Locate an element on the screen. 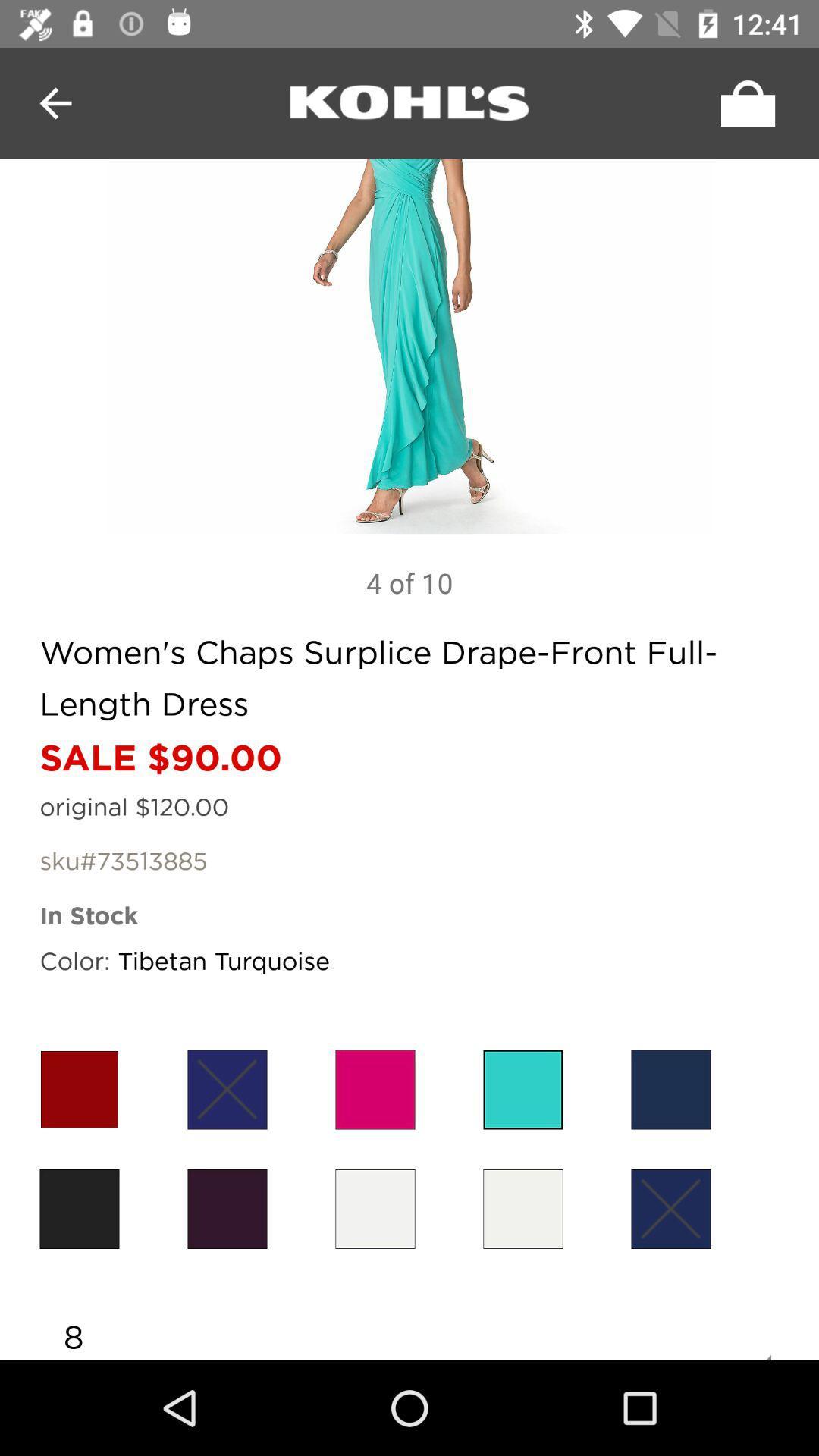 The width and height of the screenshot is (819, 1456). item above 8 is located at coordinates (375, 1208).